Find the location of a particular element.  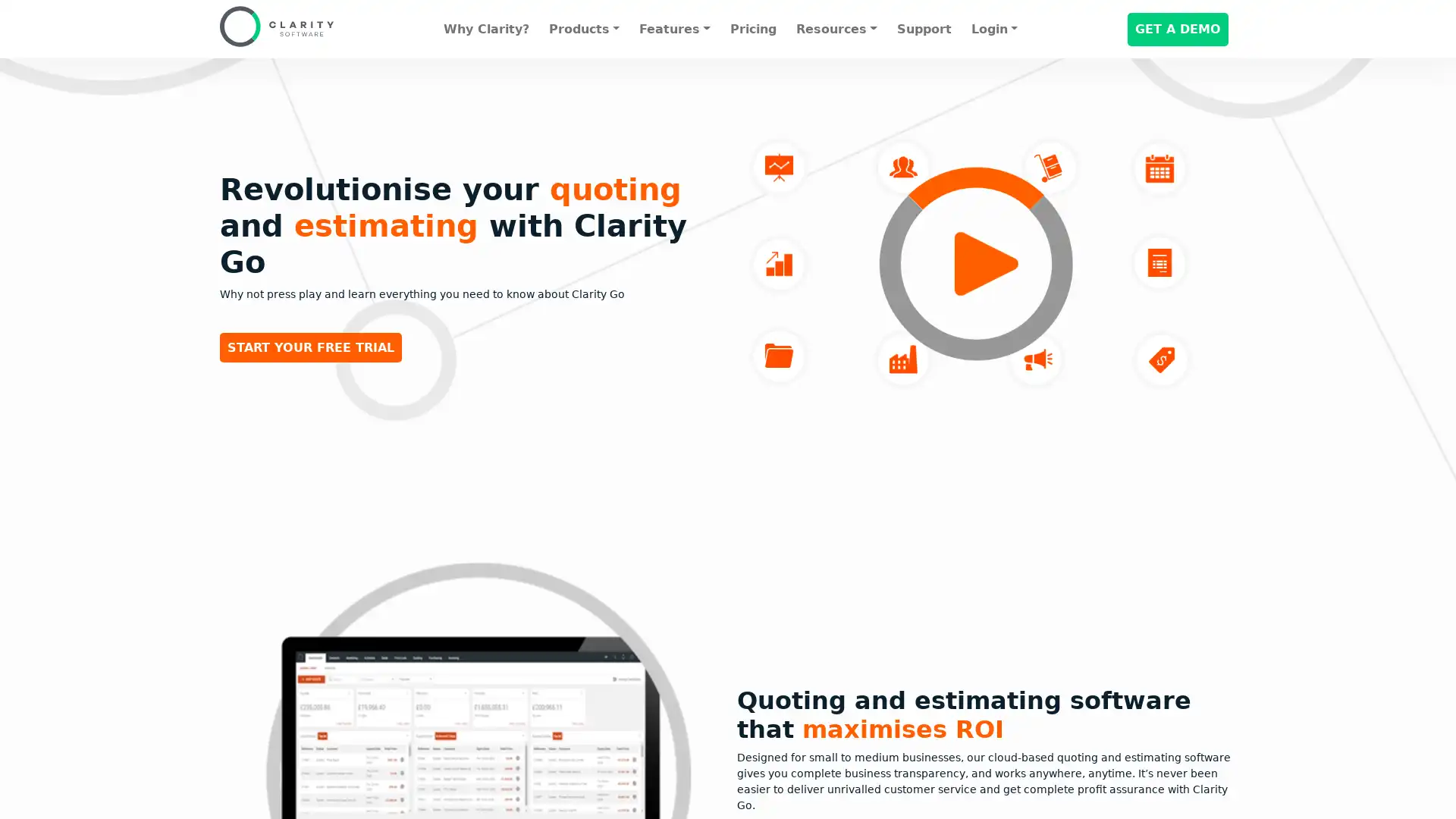

Features is located at coordinates (673, 29).